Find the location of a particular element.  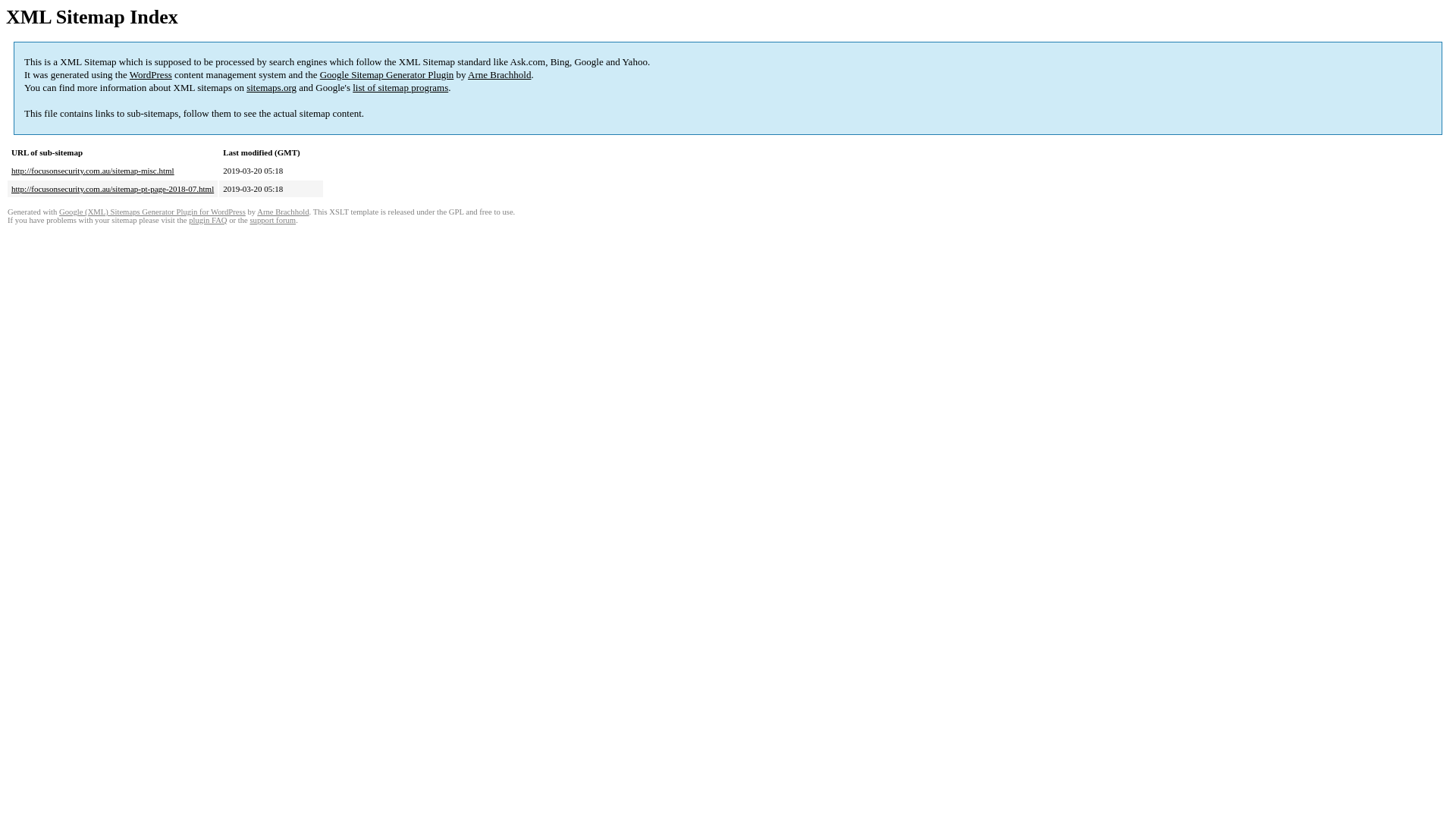

'Google (XML) Sitemaps Generator Plugin for WordPress' is located at coordinates (152, 212).